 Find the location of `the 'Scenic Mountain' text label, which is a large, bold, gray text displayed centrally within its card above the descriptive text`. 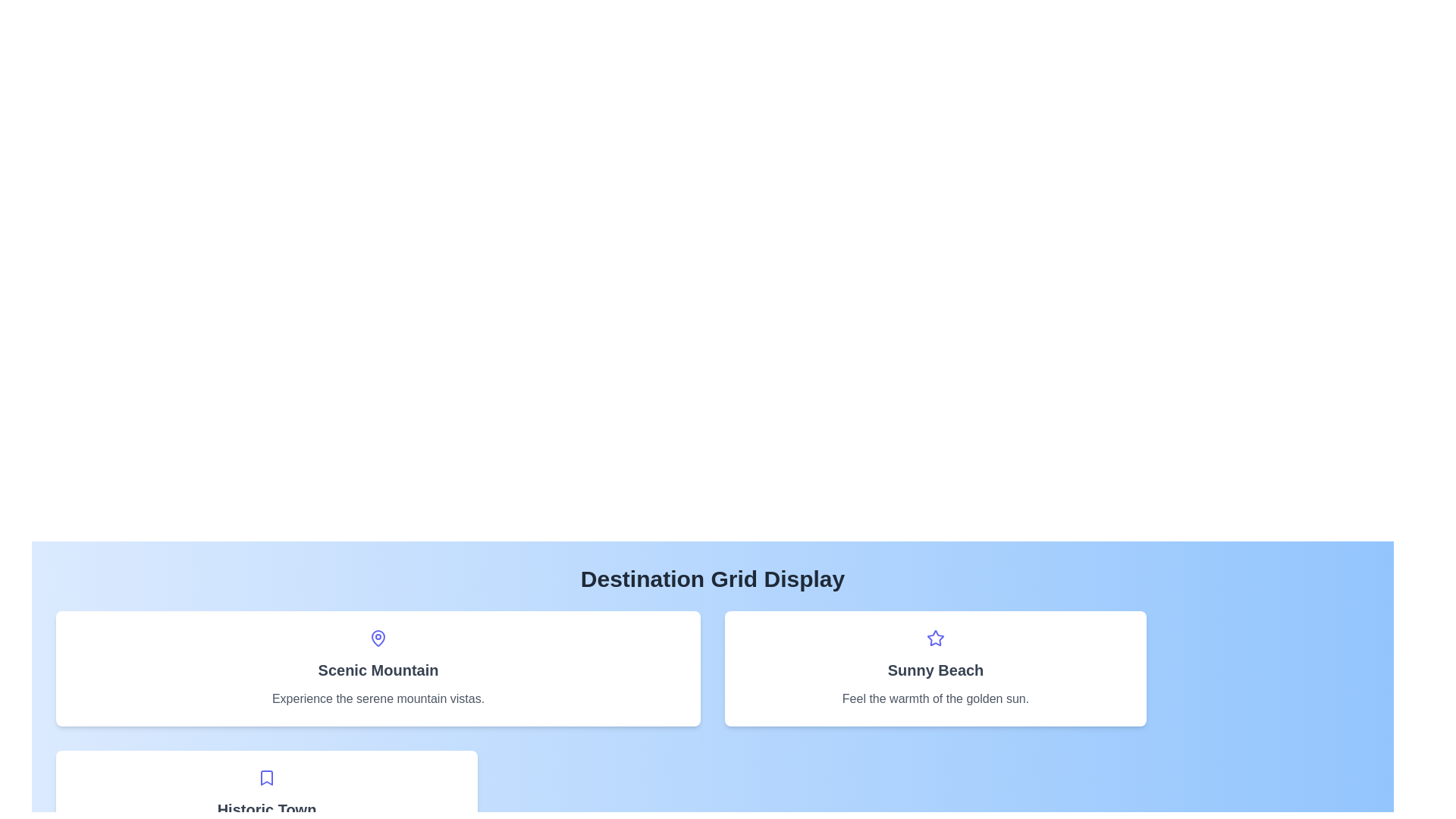

the 'Scenic Mountain' text label, which is a large, bold, gray text displayed centrally within its card above the descriptive text is located at coordinates (378, 669).